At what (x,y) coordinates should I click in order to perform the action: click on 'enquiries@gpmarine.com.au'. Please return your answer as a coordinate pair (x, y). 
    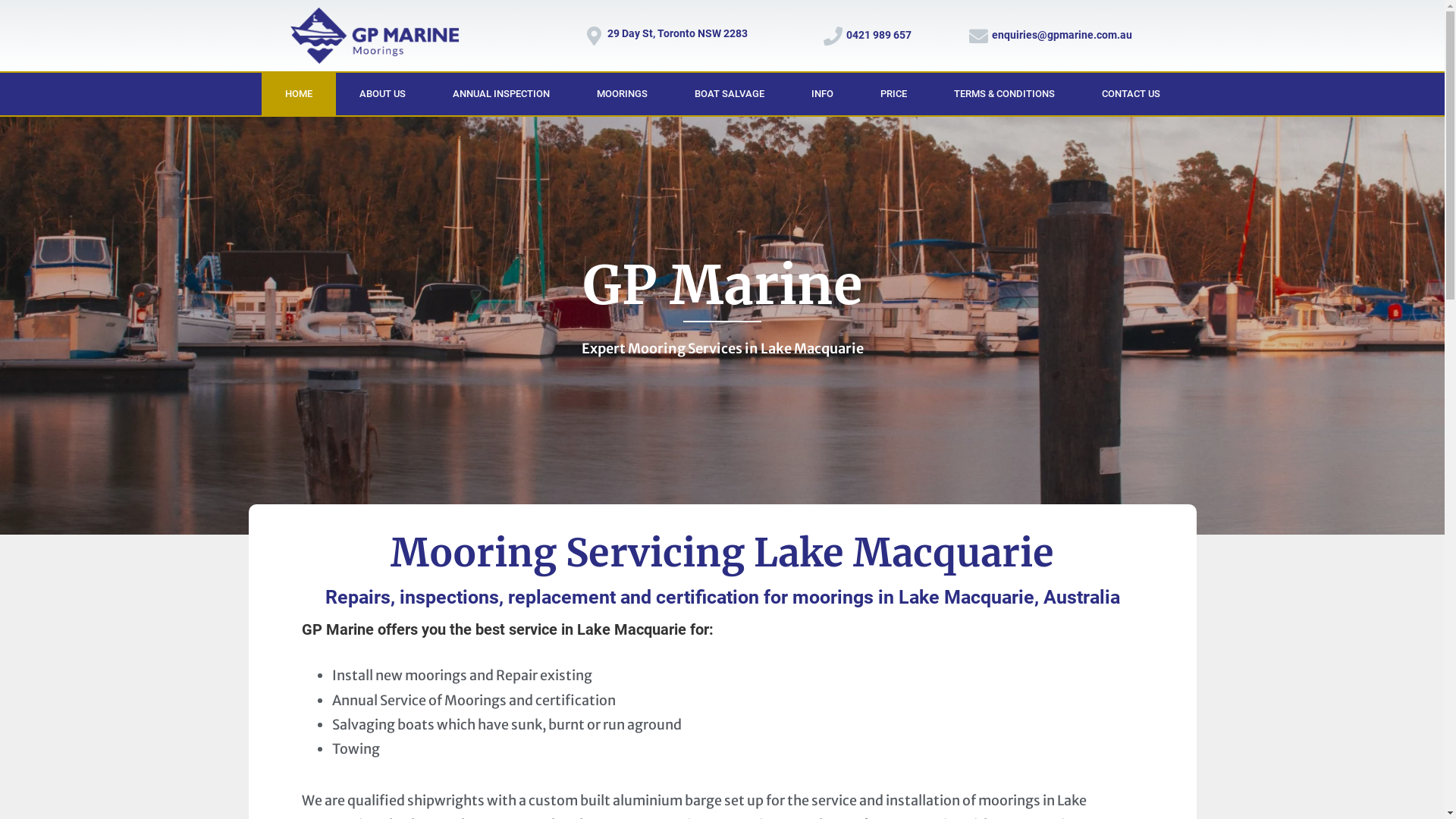
    Looking at the image, I should click on (992, 34).